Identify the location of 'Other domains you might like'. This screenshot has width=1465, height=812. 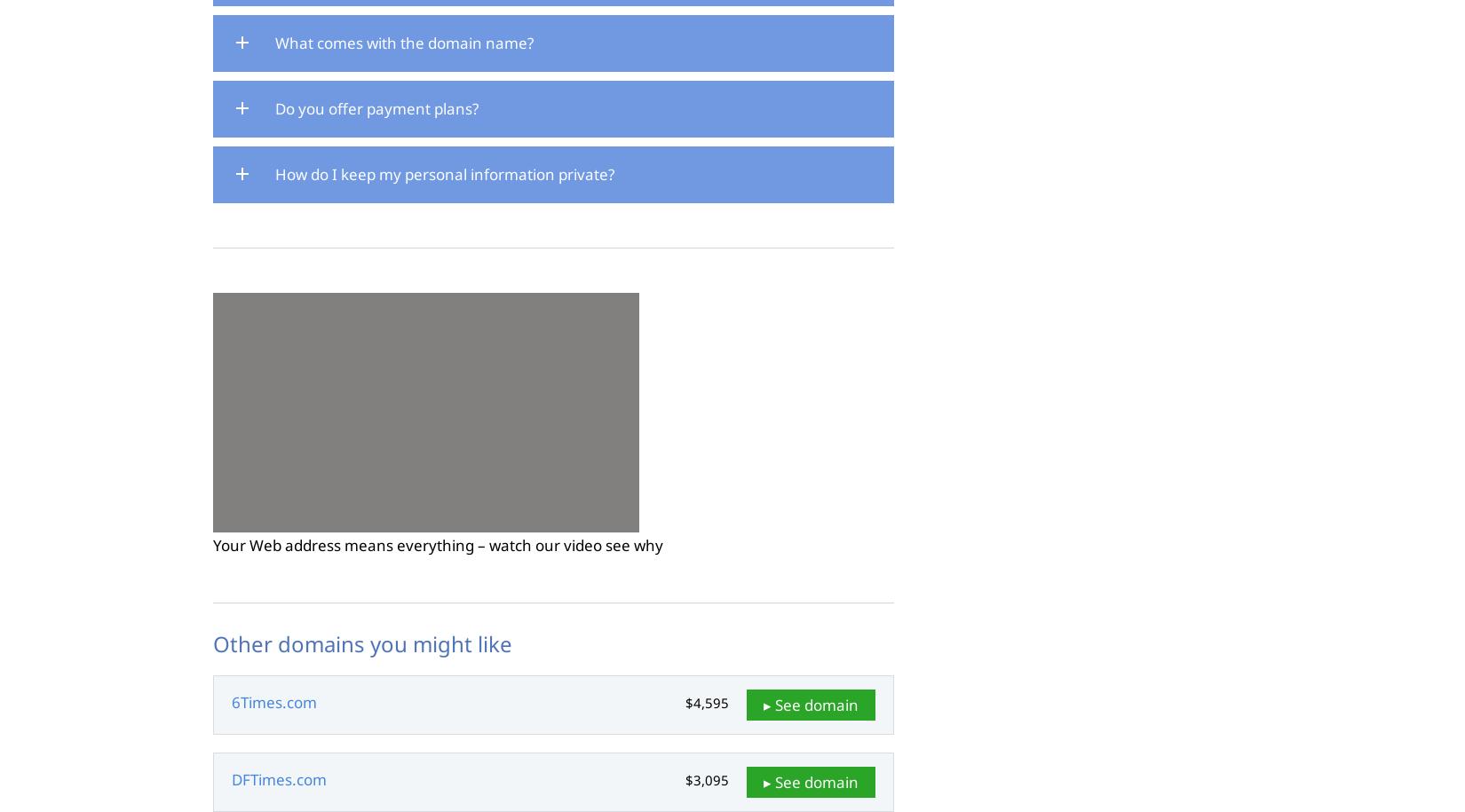
(362, 643).